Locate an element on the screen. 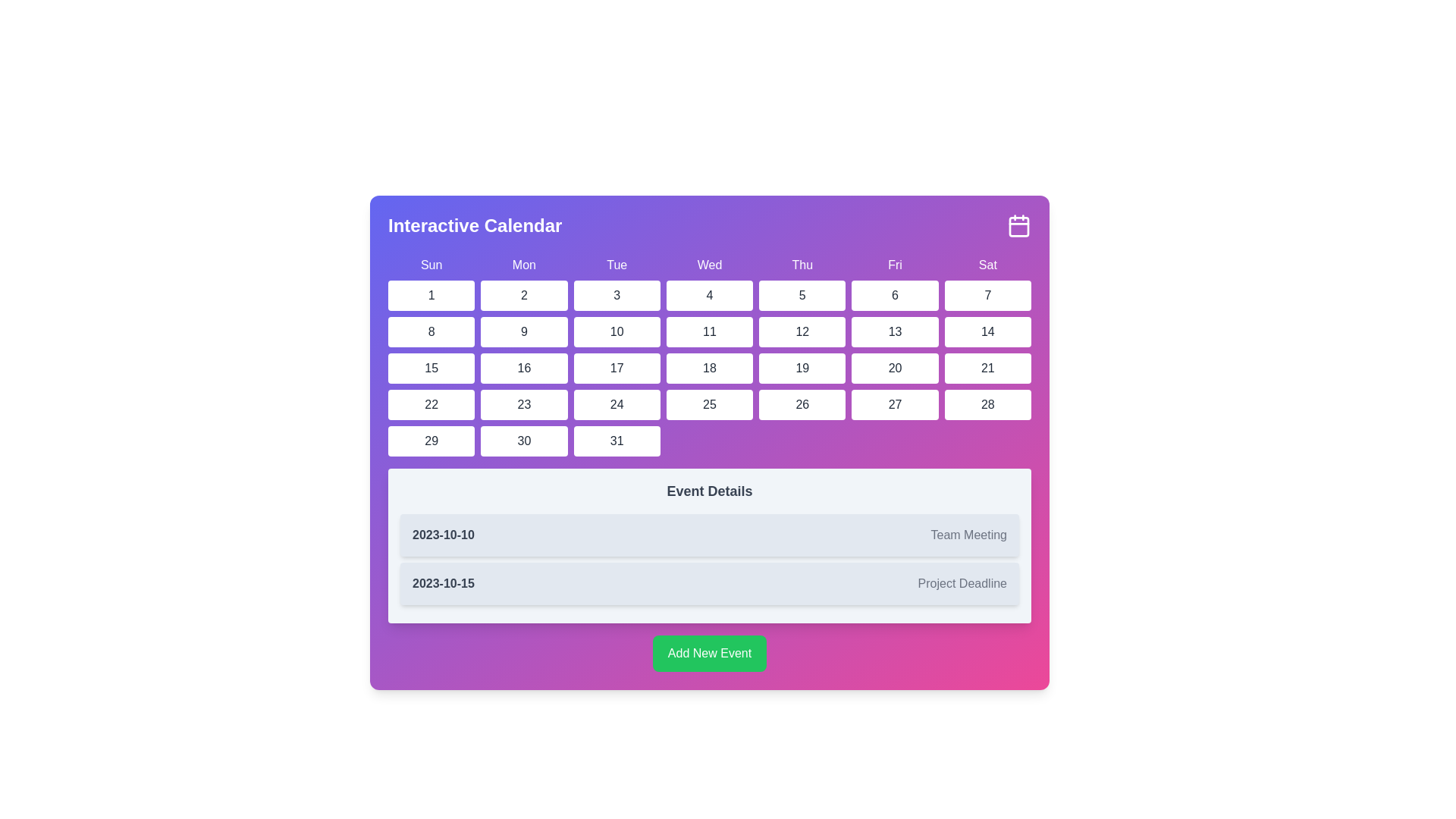  the calendar date button representing the 3rd day of the month, located under 'Tue' in the calendar grid is located at coordinates (617, 295).